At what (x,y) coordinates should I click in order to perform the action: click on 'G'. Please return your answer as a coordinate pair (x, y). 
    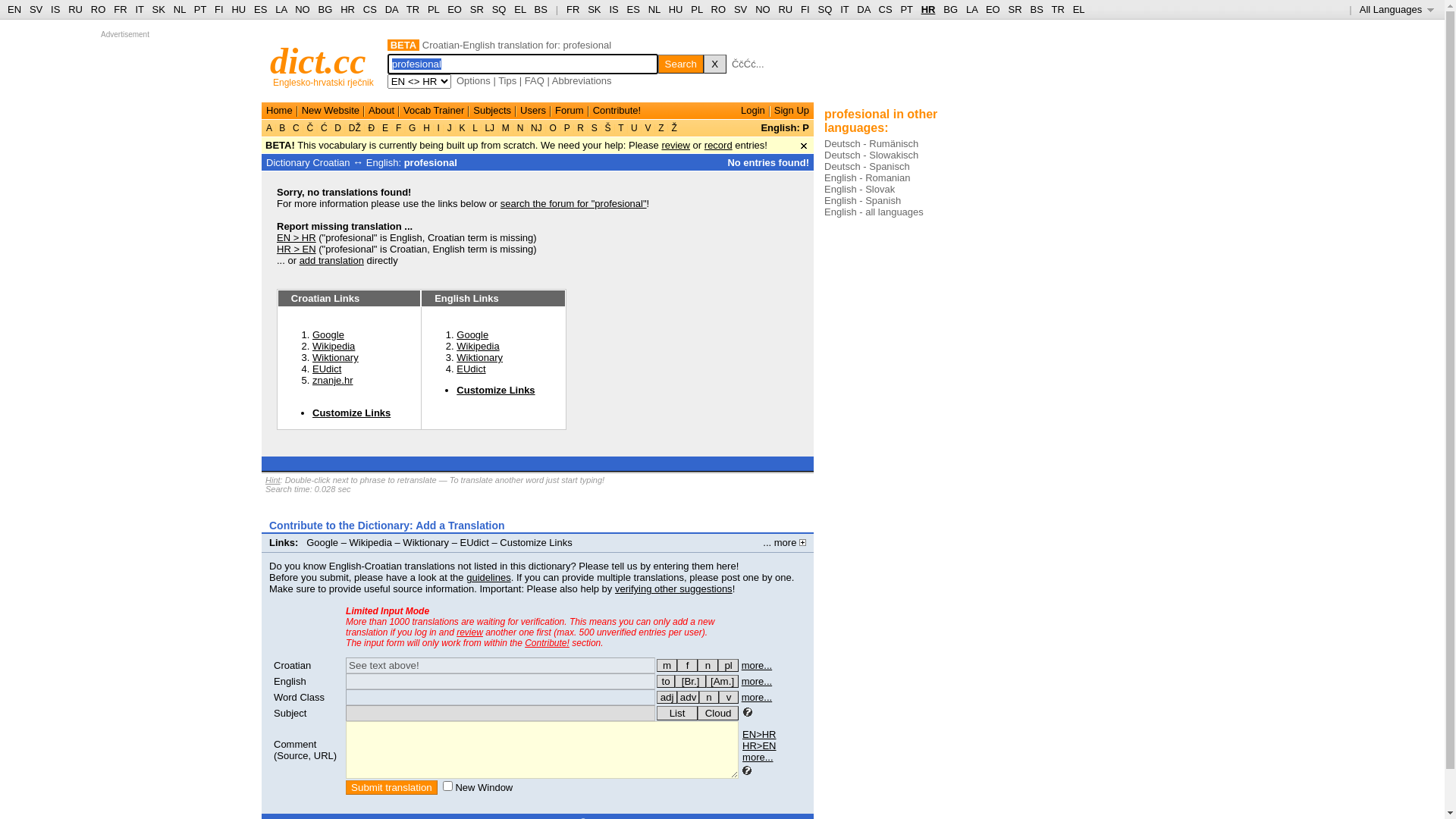
    Looking at the image, I should click on (412, 127).